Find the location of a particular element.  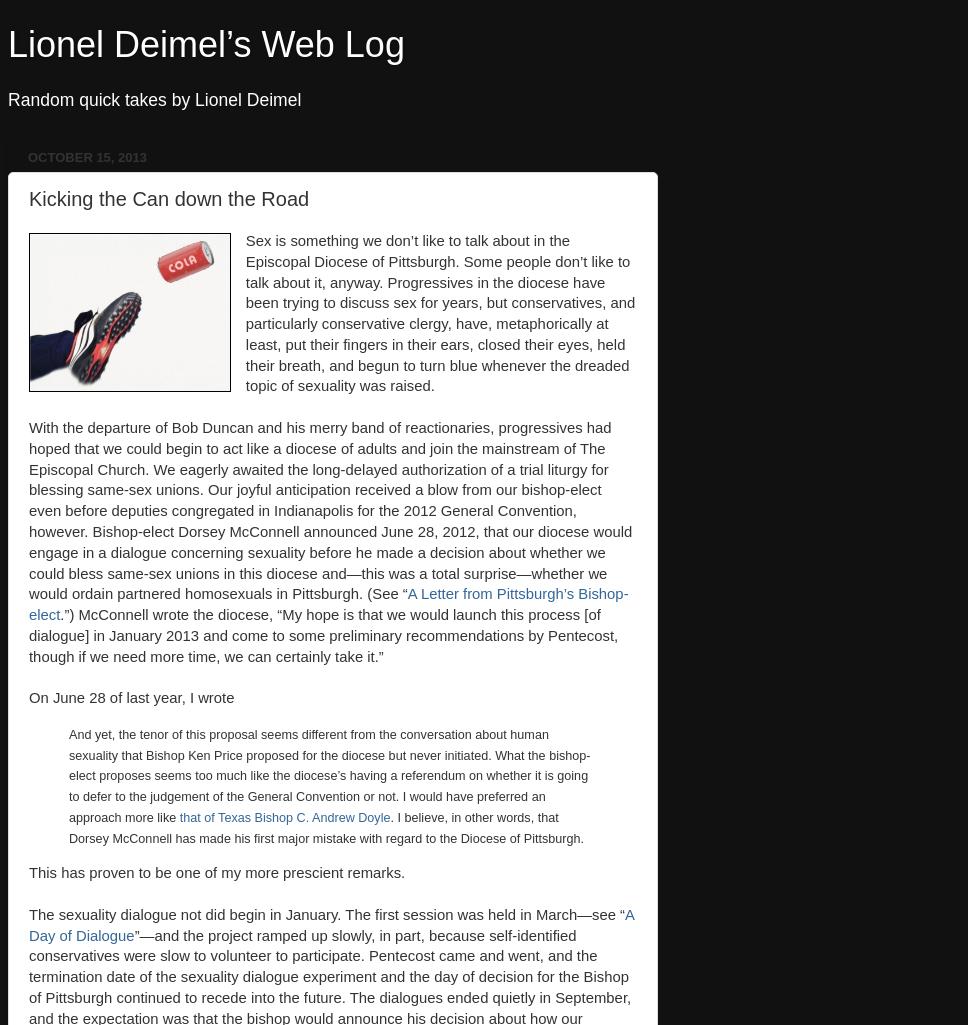

'On June 28 of last year, I wrote' is located at coordinates (130, 698).